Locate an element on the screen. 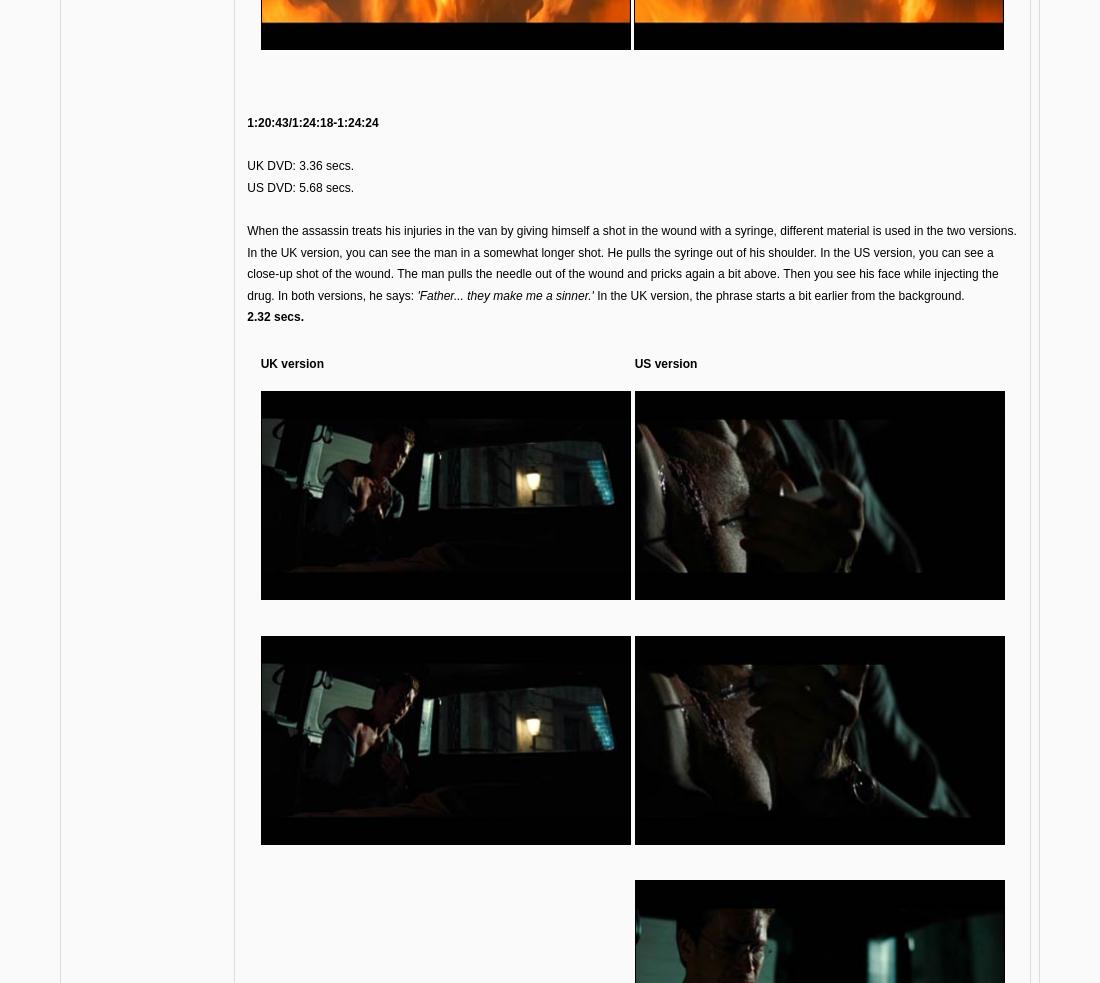 This screenshot has width=1100, height=983. ''Father... they make me a sinner.'' is located at coordinates (505, 294).